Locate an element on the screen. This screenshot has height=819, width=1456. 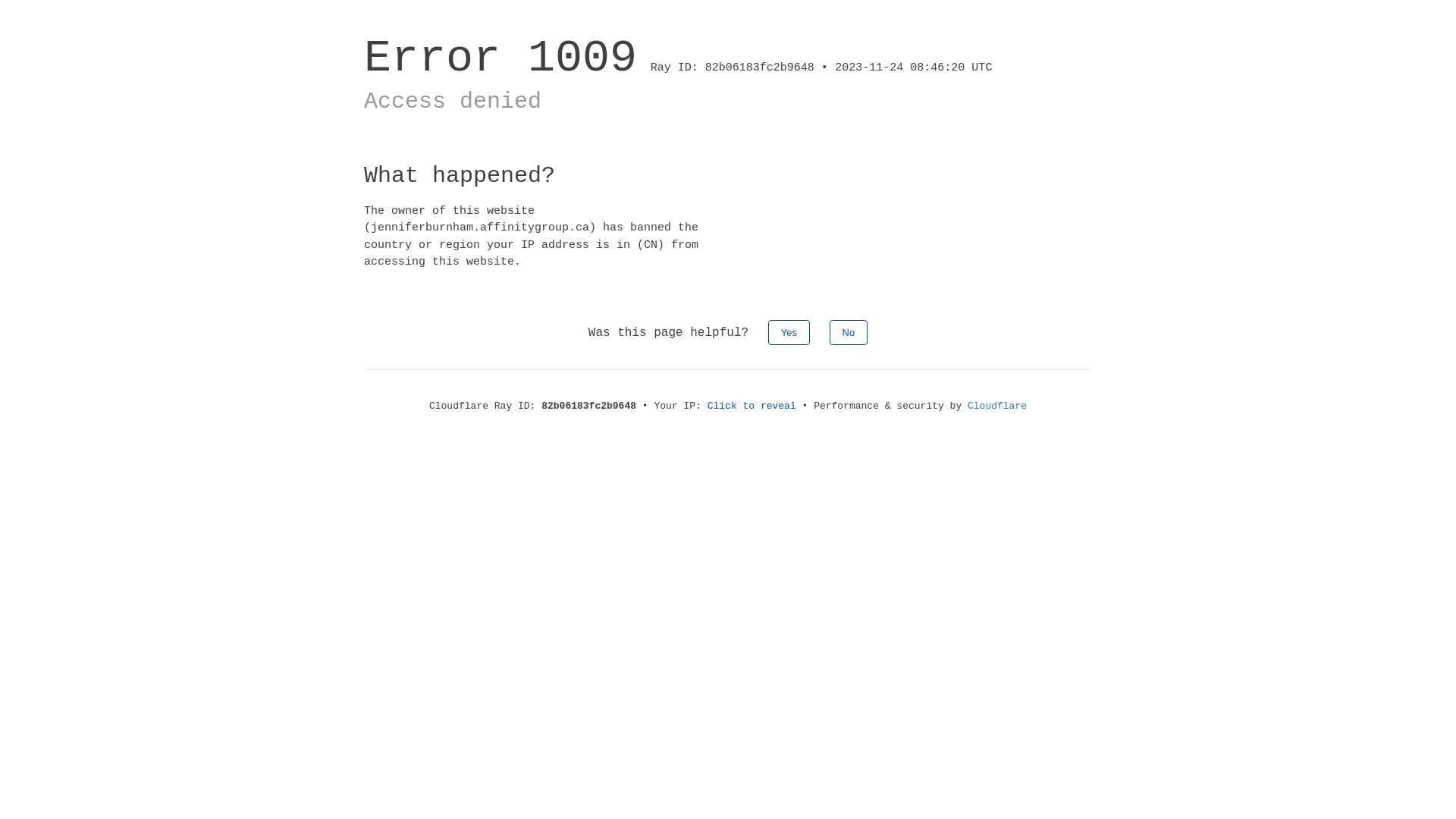
'Click to reveal' is located at coordinates (752, 405).